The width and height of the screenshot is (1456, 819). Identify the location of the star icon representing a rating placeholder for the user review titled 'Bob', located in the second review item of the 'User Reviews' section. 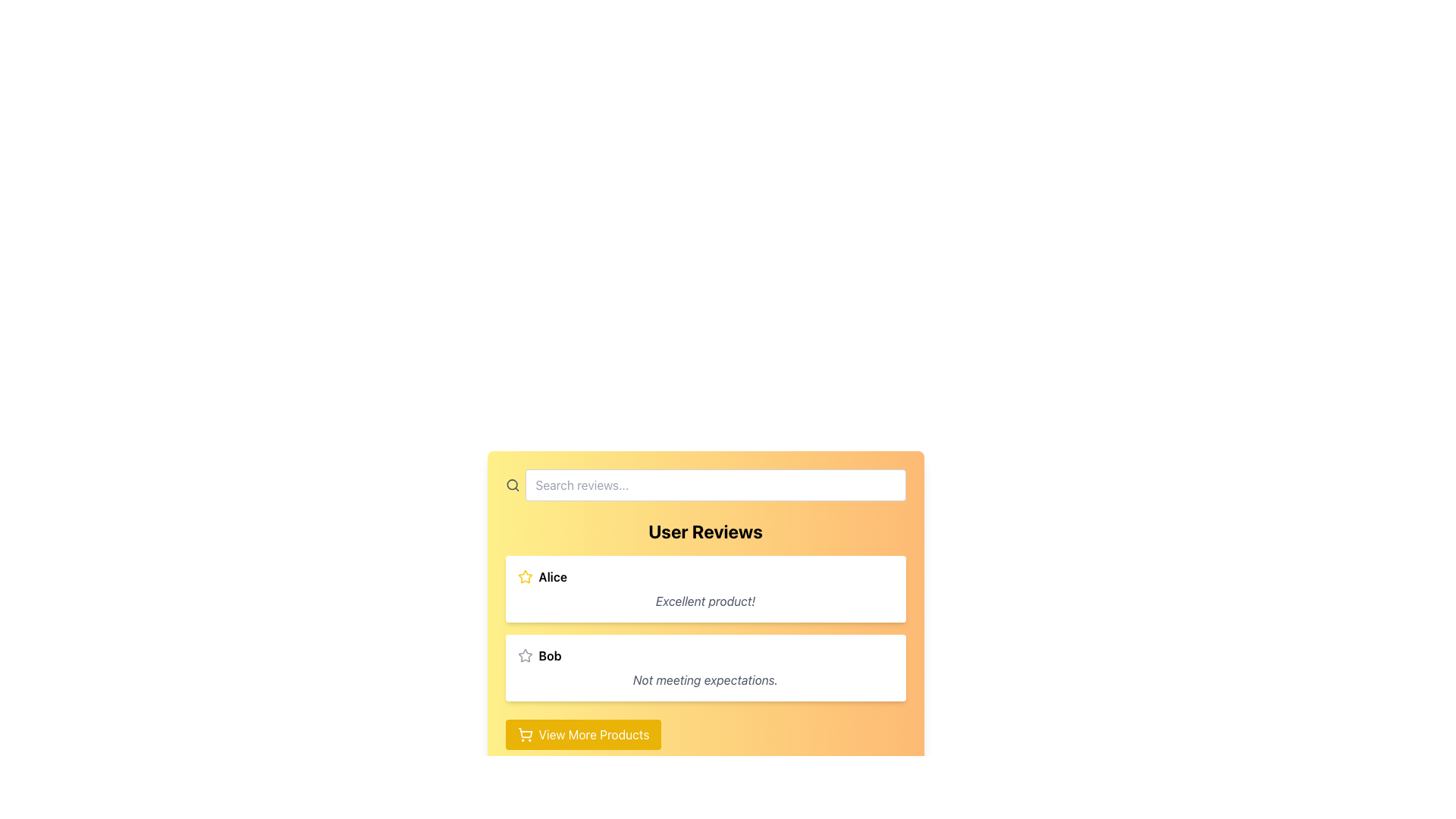
(525, 654).